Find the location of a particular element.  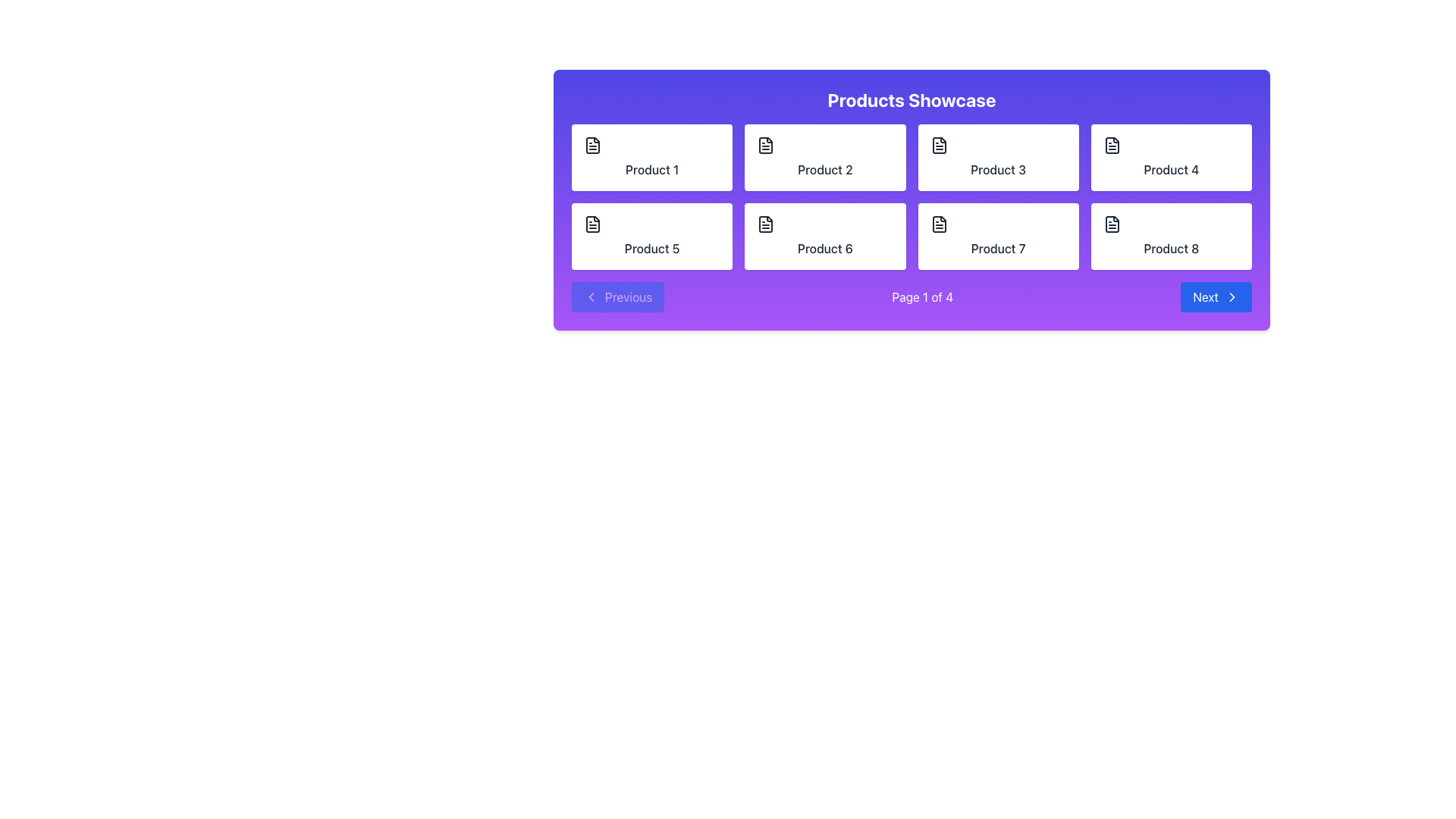

the icon related to 'Product 5' located in the second row, first column of the grid in the product showcase, above the text 'Product 5' is located at coordinates (592, 224).